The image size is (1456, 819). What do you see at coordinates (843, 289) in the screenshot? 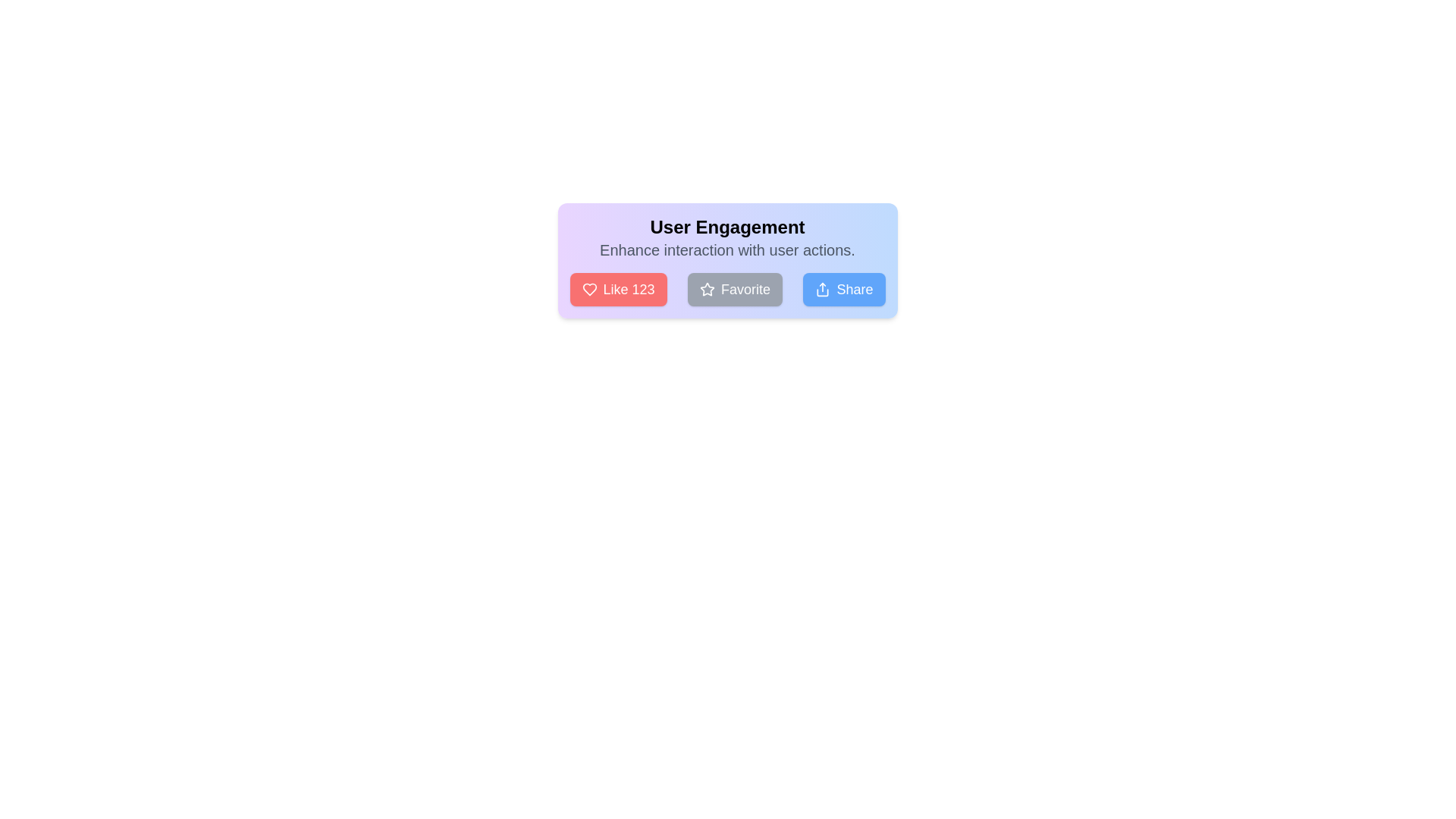
I see `the blue 'Share' button with rounded edges, displaying an upward arrow icon` at bounding box center [843, 289].